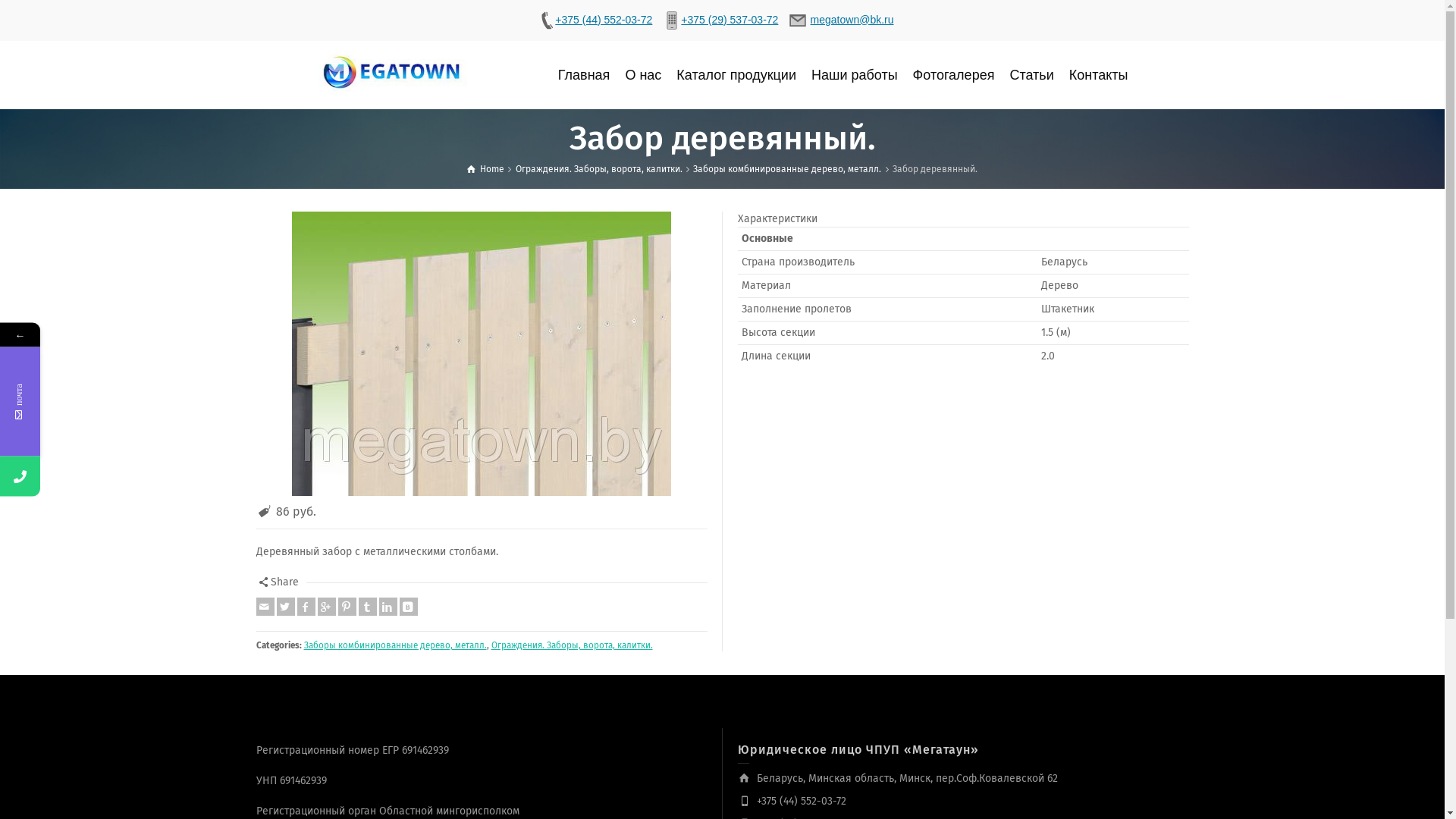 The height and width of the screenshot is (819, 1456). I want to click on 'Facebook', so click(305, 605).